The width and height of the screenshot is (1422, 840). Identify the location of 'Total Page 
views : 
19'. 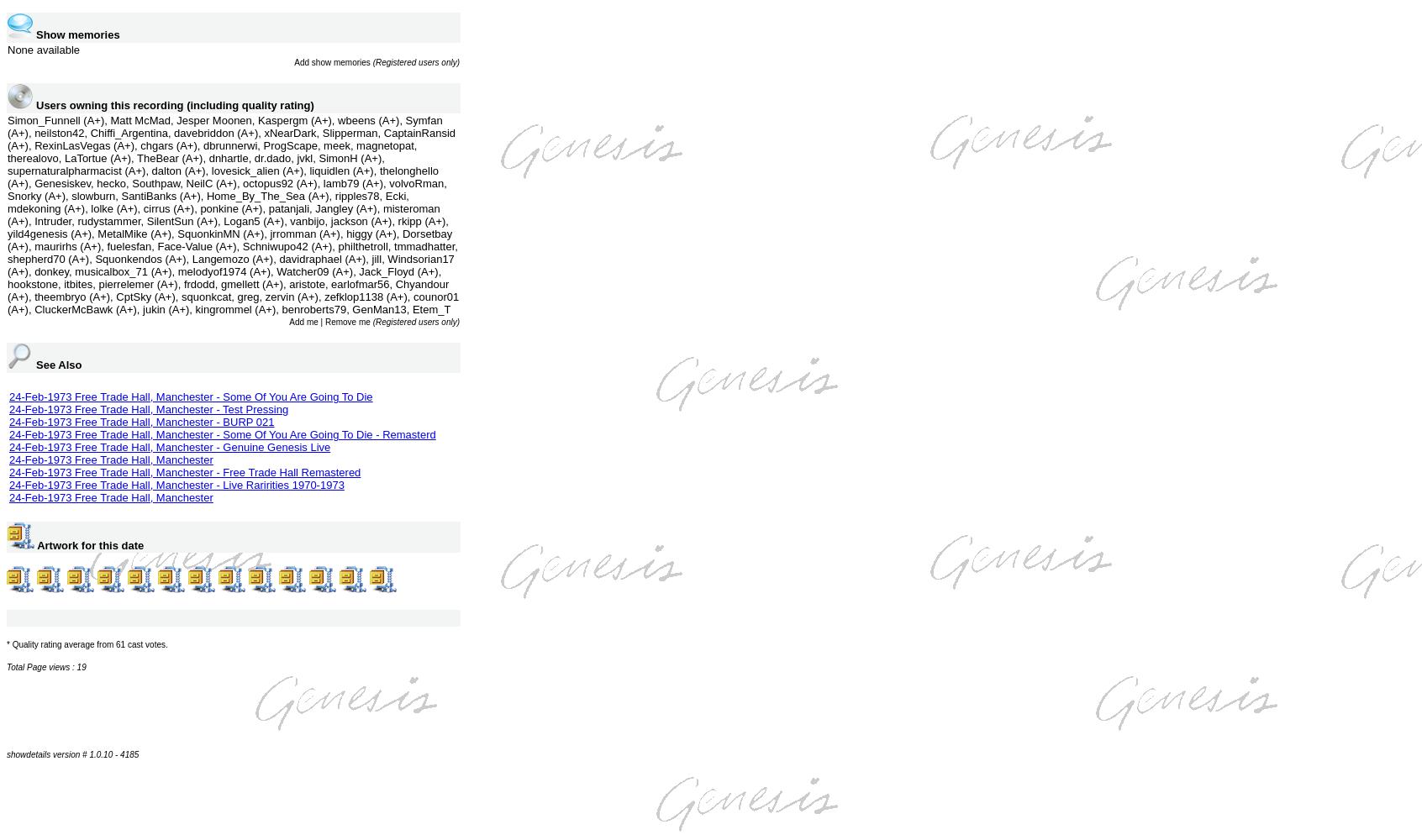
(45, 667).